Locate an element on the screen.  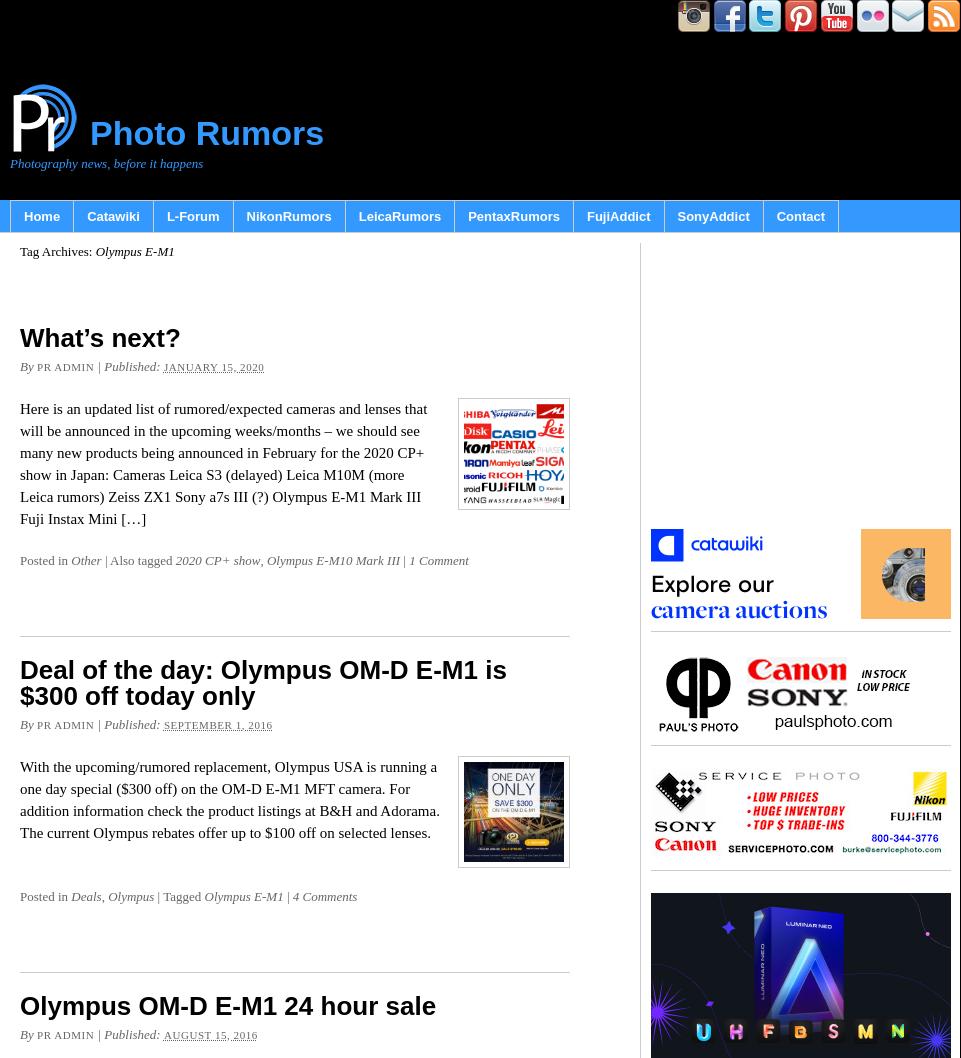
'January 15, 2020' is located at coordinates (213, 367).